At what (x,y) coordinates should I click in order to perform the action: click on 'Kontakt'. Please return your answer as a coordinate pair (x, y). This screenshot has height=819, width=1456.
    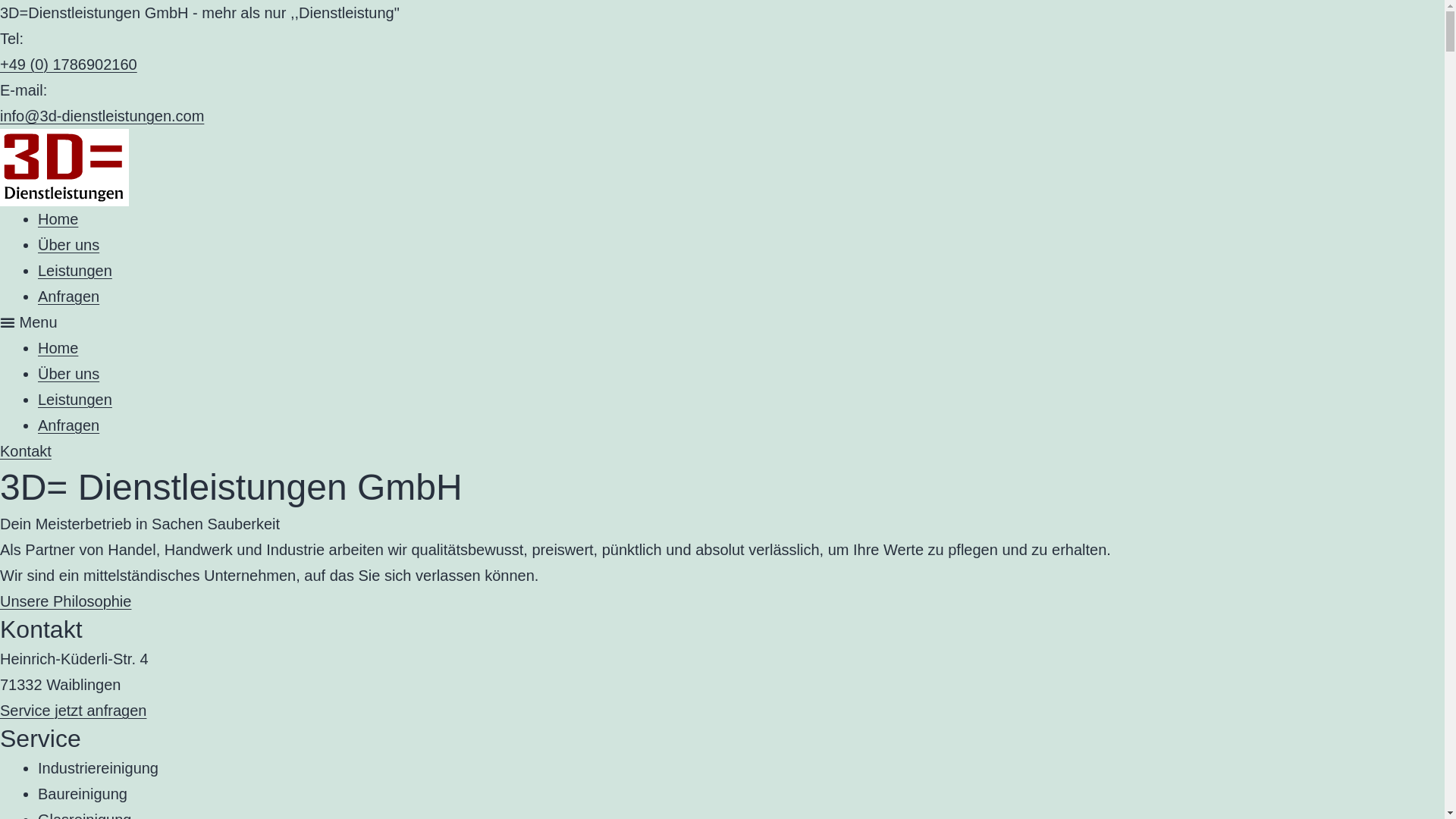
    Looking at the image, I should click on (25, 450).